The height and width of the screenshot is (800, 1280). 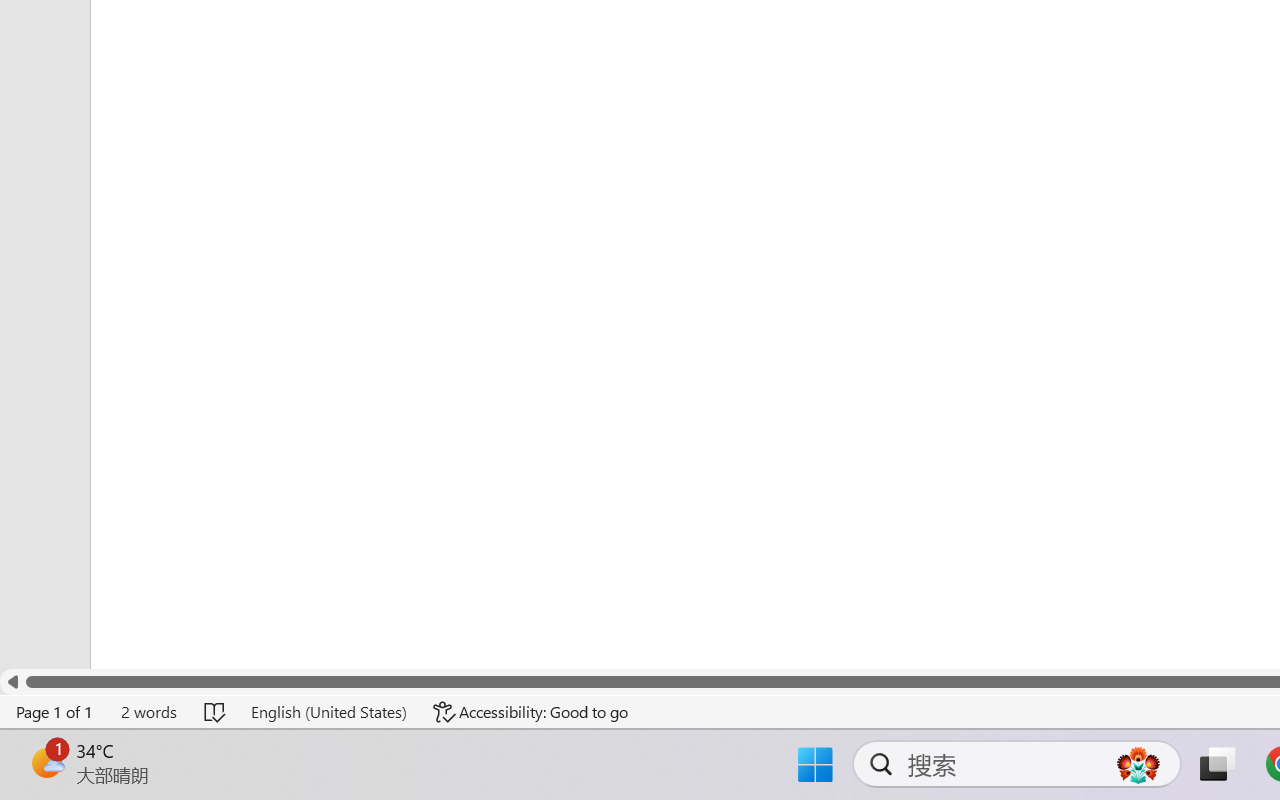 I want to click on 'Accessibility Checker Accessibility: Good to go', so click(x=531, y=711).